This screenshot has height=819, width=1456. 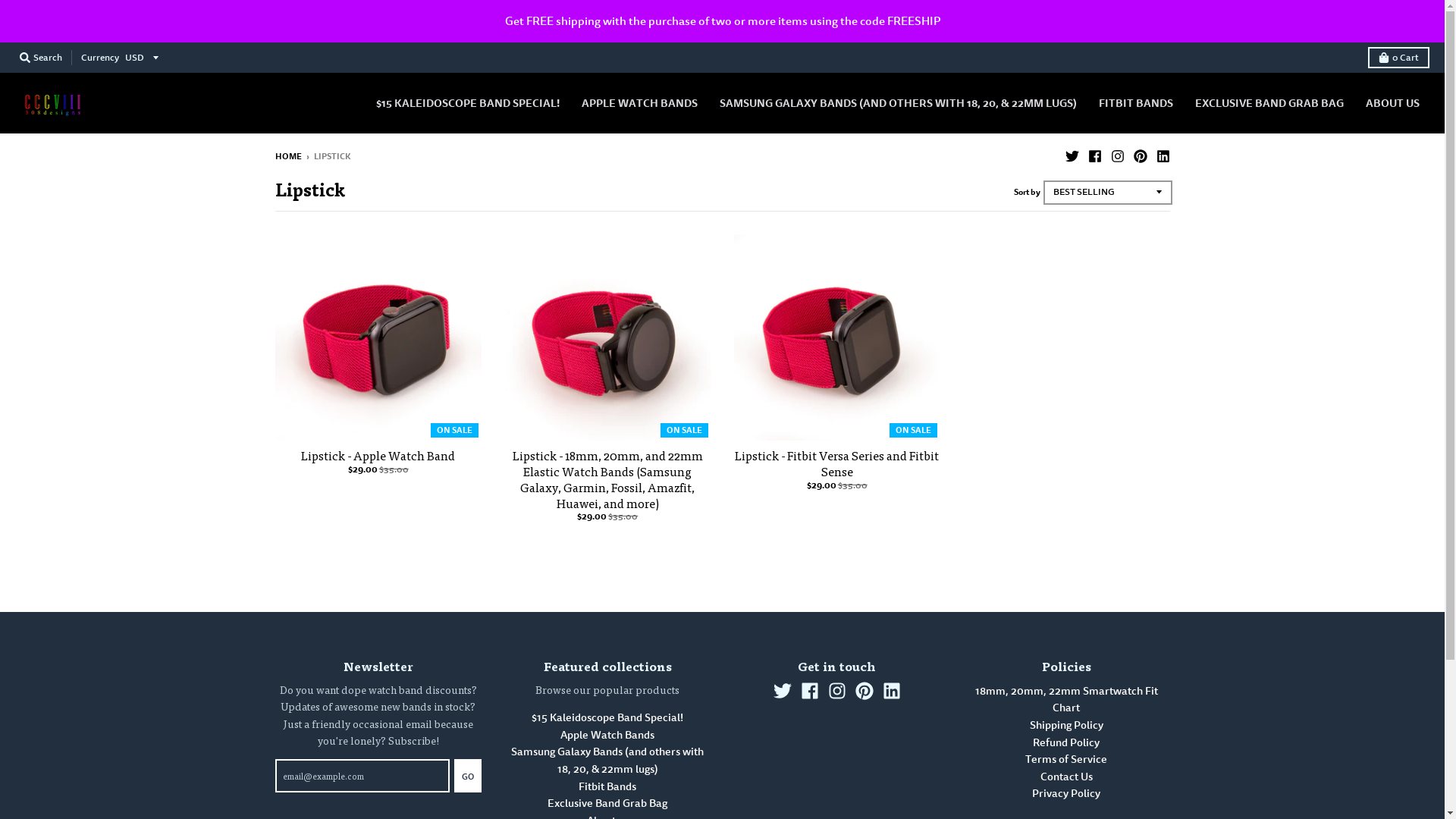 I want to click on 'Lipstick - Fitbit Versa Series and Fitbit Sense', so click(x=836, y=462).